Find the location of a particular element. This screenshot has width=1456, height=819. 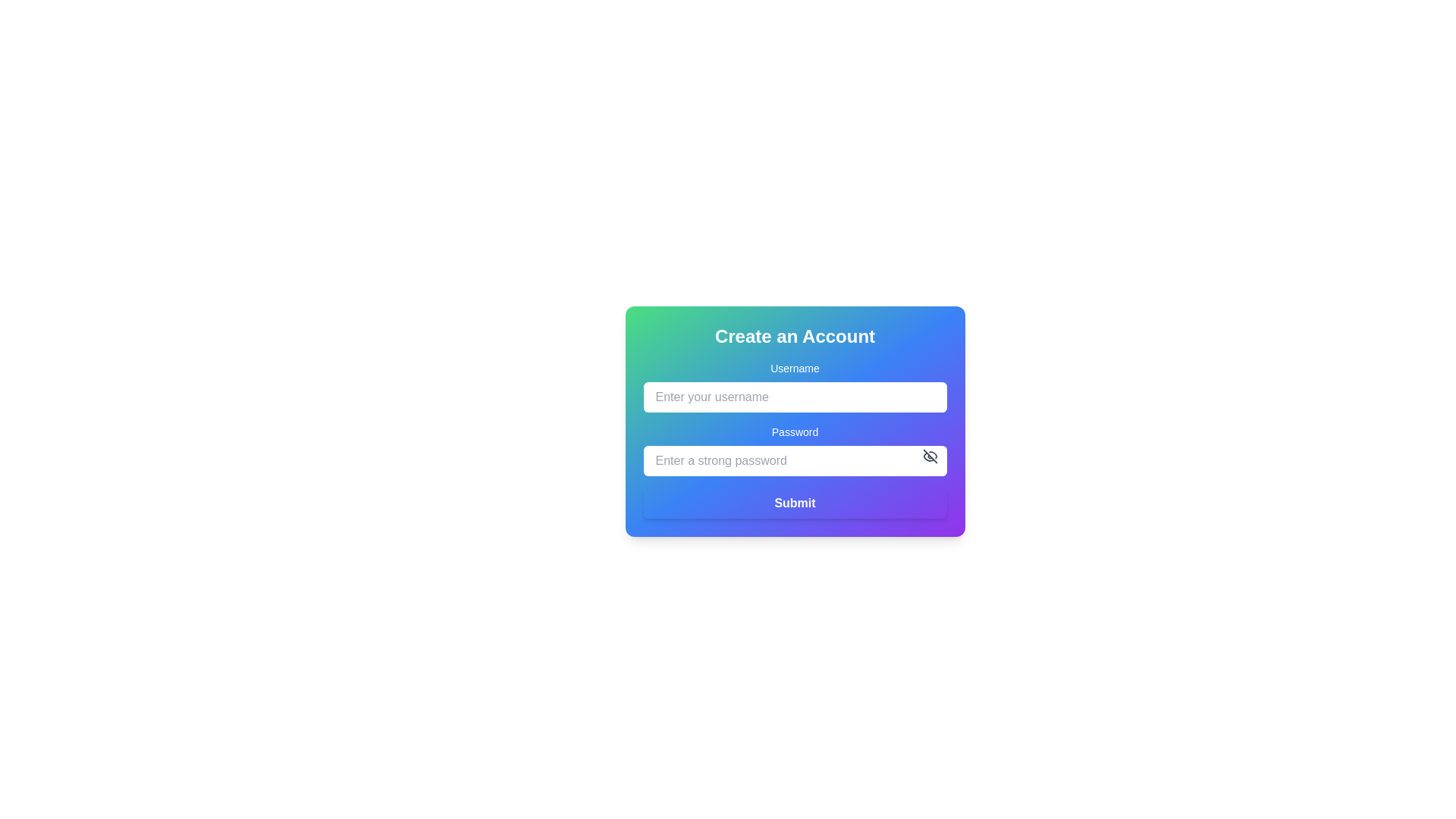

the password input field to focus within it, which is the second input field in the vertical stack following the Username field is located at coordinates (794, 450).